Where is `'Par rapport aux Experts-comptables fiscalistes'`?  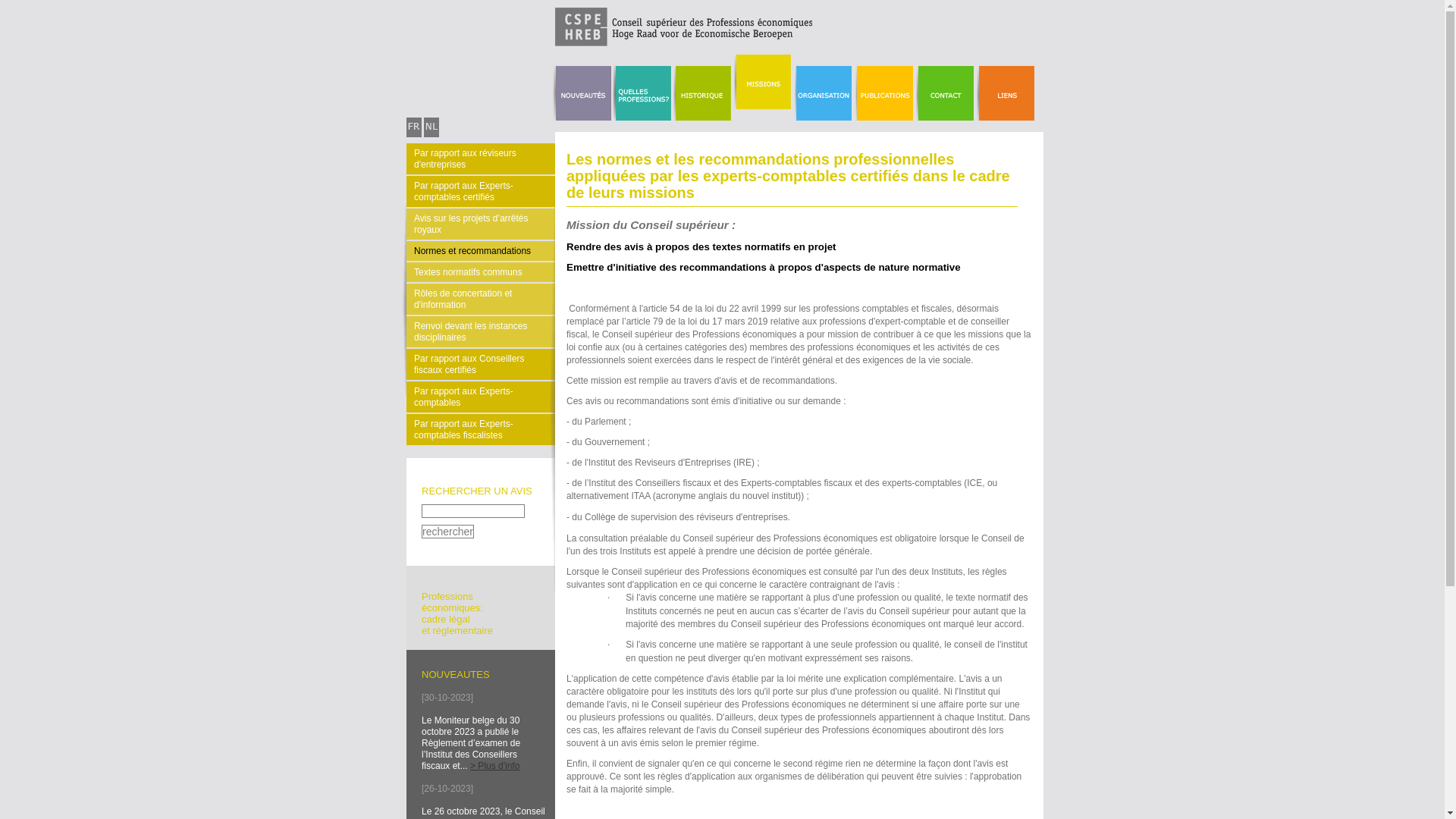
'Par rapport aux Experts-comptables fiscalistes' is located at coordinates (406, 429).